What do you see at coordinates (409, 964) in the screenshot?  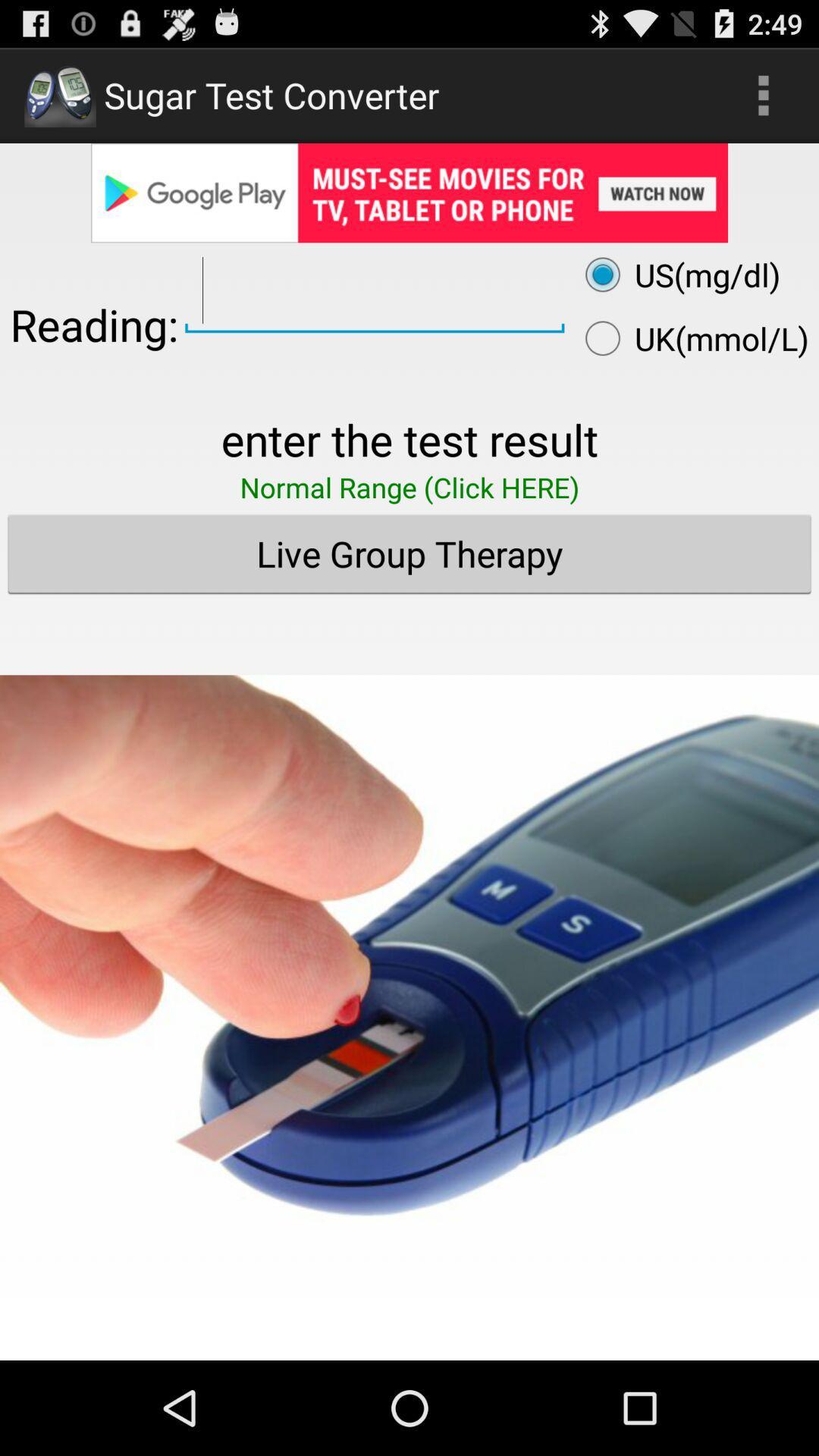 I see `advertisement` at bounding box center [409, 964].